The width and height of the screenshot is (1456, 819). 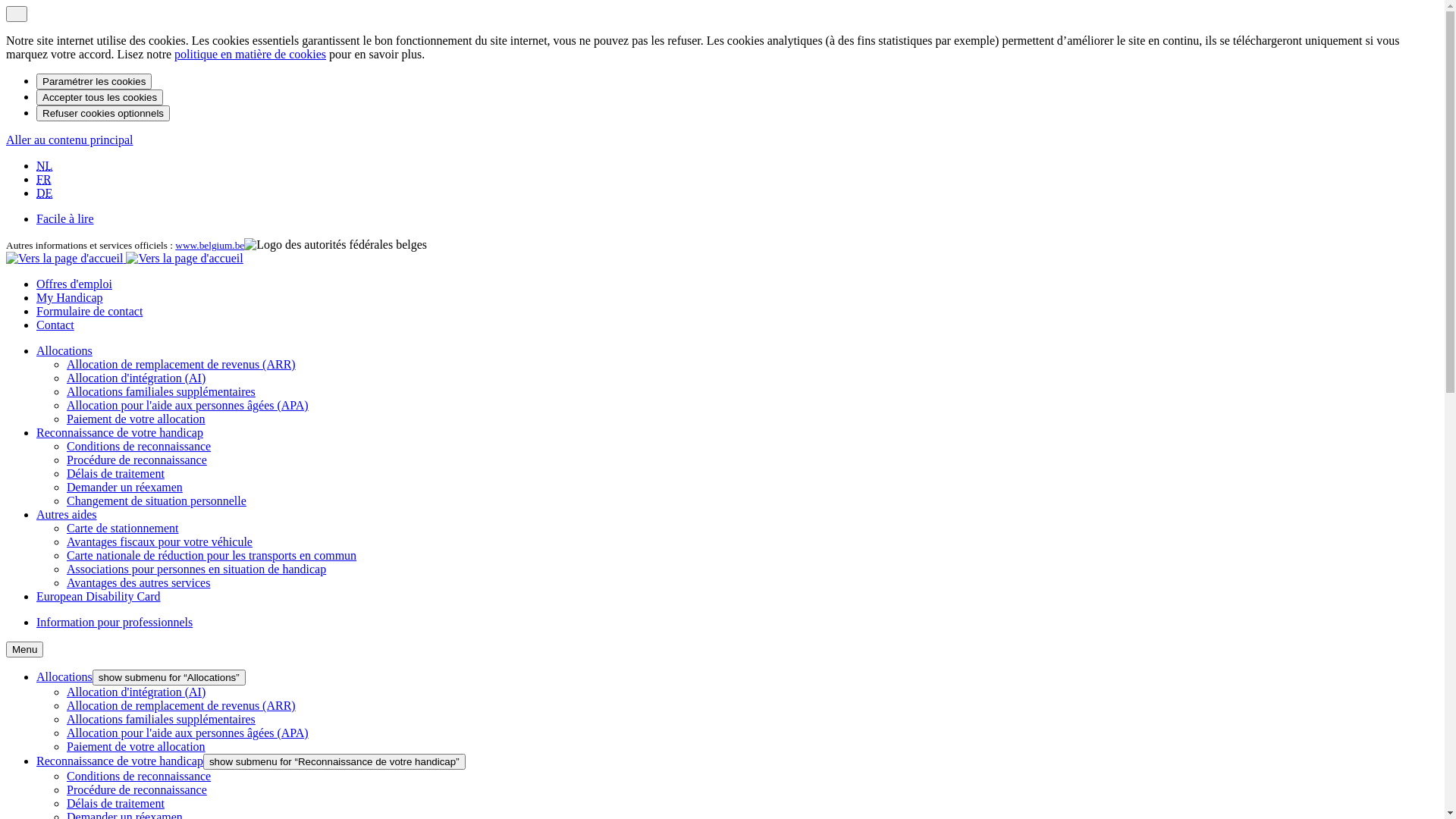 What do you see at coordinates (44, 192) in the screenshot?
I see `'DE'` at bounding box center [44, 192].